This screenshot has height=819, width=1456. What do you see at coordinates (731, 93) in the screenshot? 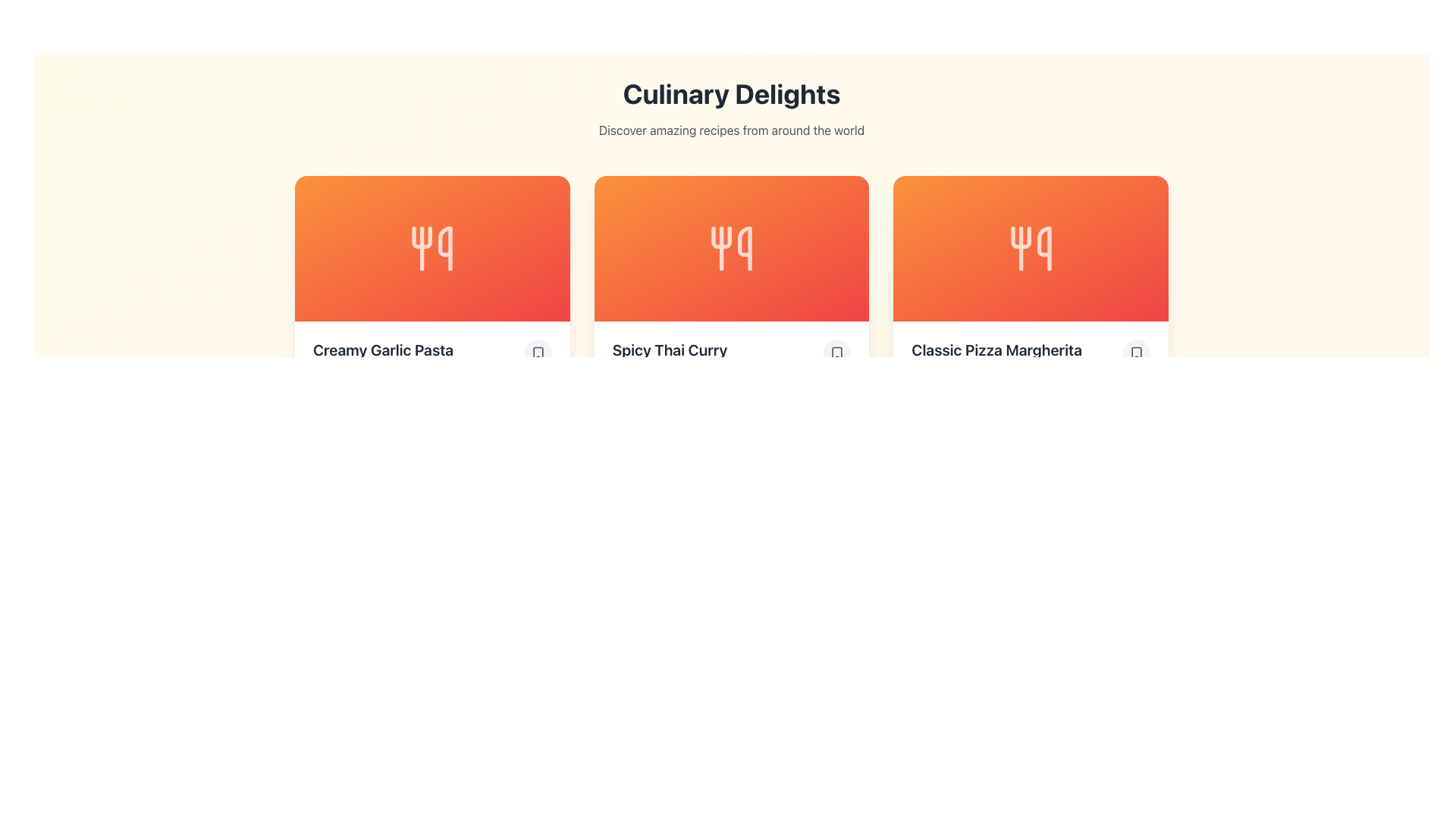
I see `the main heading element that serves as the primary title for the culinary recipes page, located at the top-center of the interface` at bounding box center [731, 93].